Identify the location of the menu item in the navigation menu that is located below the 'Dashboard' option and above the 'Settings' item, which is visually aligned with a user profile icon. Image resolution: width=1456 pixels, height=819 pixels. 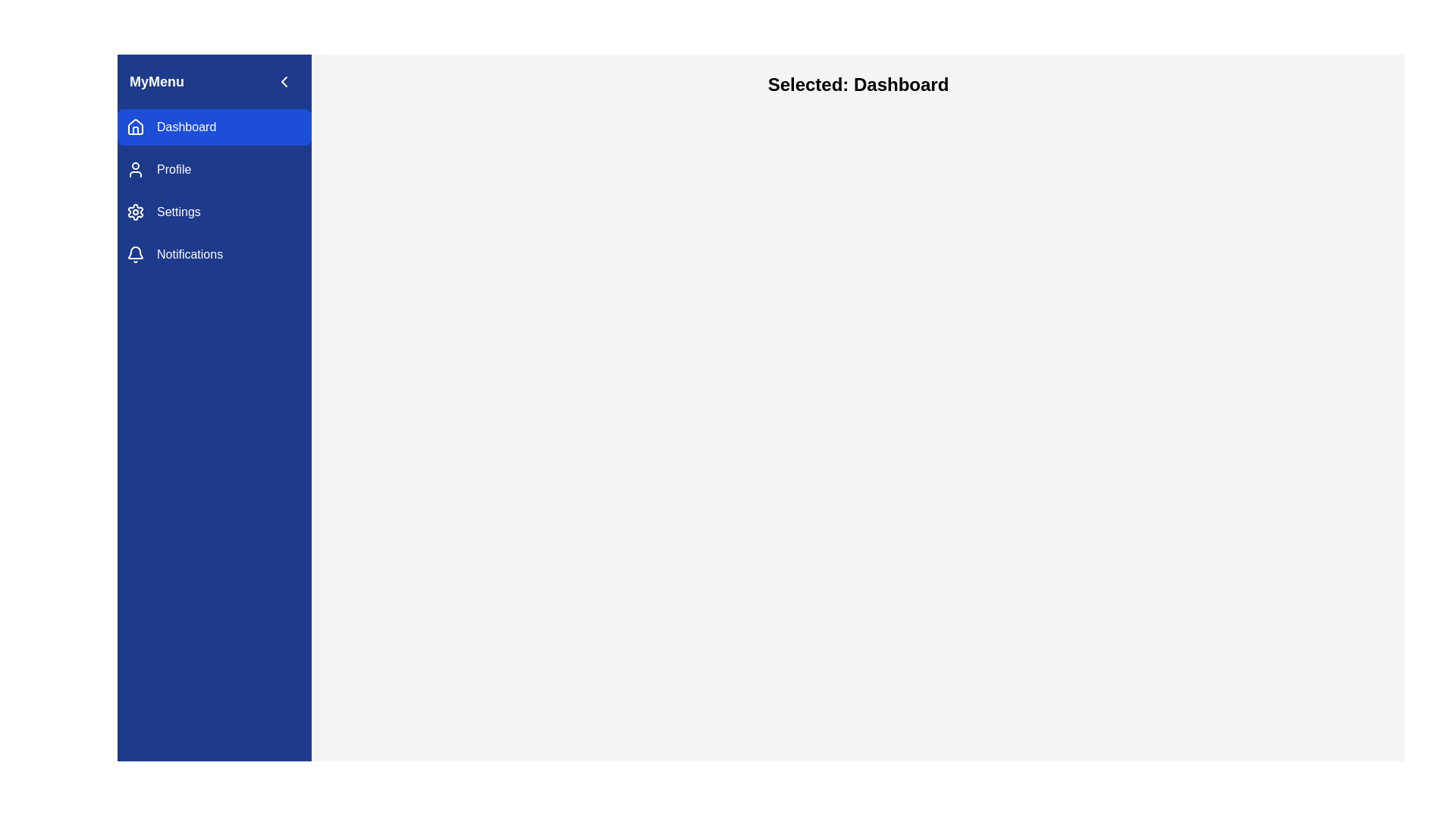
(174, 169).